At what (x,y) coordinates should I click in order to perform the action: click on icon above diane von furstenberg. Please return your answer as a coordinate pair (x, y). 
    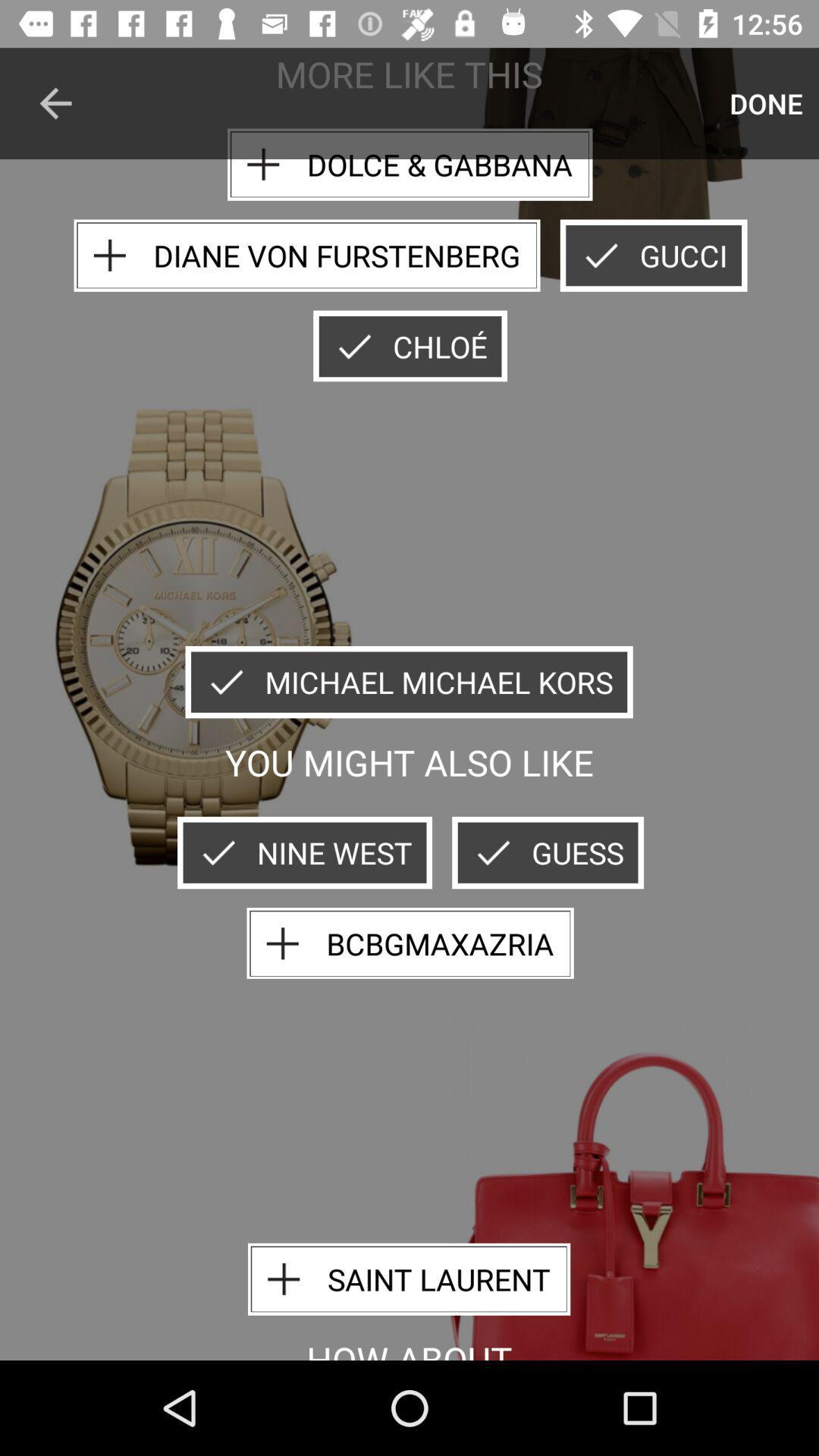
    Looking at the image, I should click on (409, 165).